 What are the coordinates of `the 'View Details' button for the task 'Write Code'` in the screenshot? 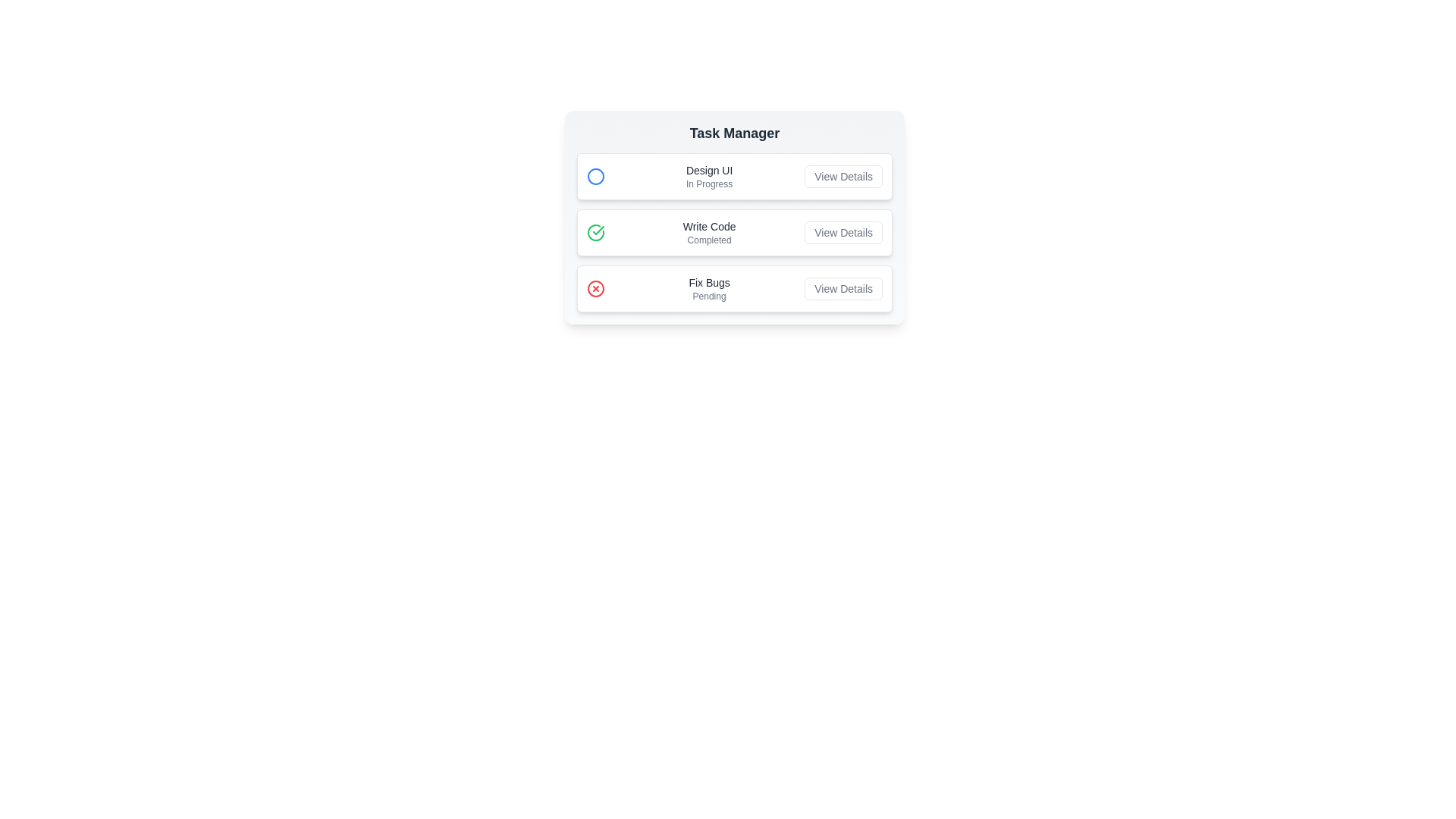 It's located at (843, 233).